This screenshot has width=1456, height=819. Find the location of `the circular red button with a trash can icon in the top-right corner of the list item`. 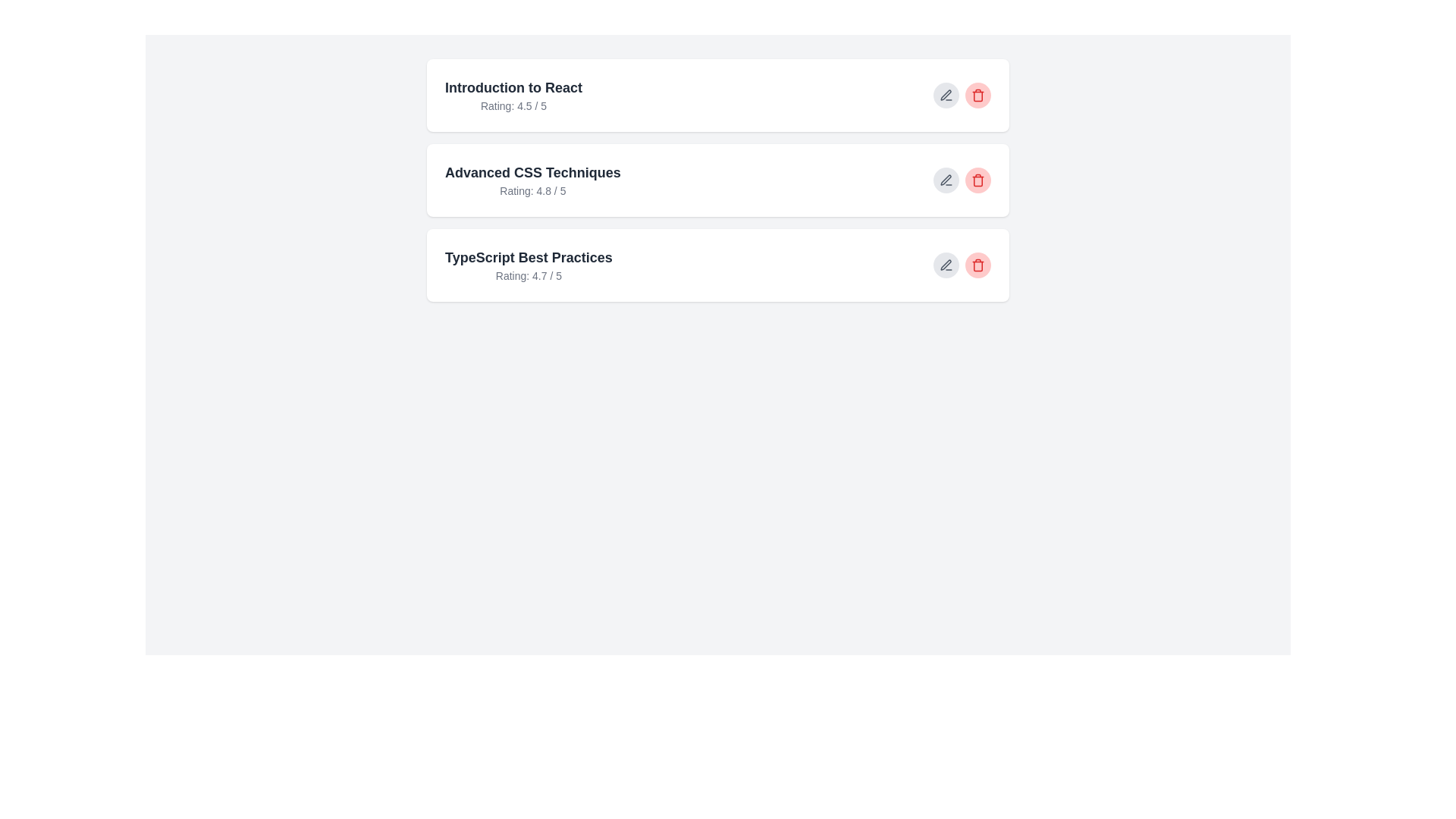

the circular red button with a trash can icon in the top-right corner of the list item is located at coordinates (978, 265).